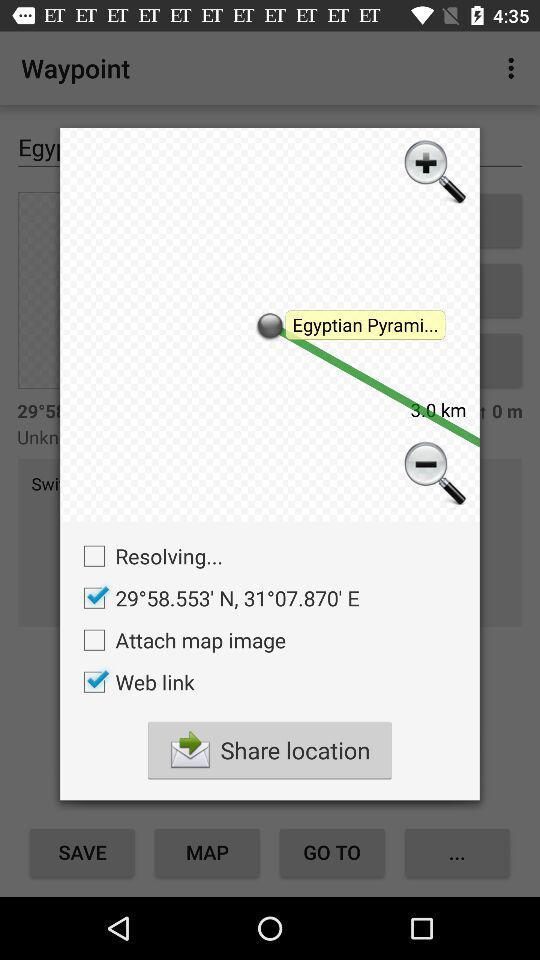  Describe the element at coordinates (179, 639) in the screenshot. I see `attach map image item` at that location.